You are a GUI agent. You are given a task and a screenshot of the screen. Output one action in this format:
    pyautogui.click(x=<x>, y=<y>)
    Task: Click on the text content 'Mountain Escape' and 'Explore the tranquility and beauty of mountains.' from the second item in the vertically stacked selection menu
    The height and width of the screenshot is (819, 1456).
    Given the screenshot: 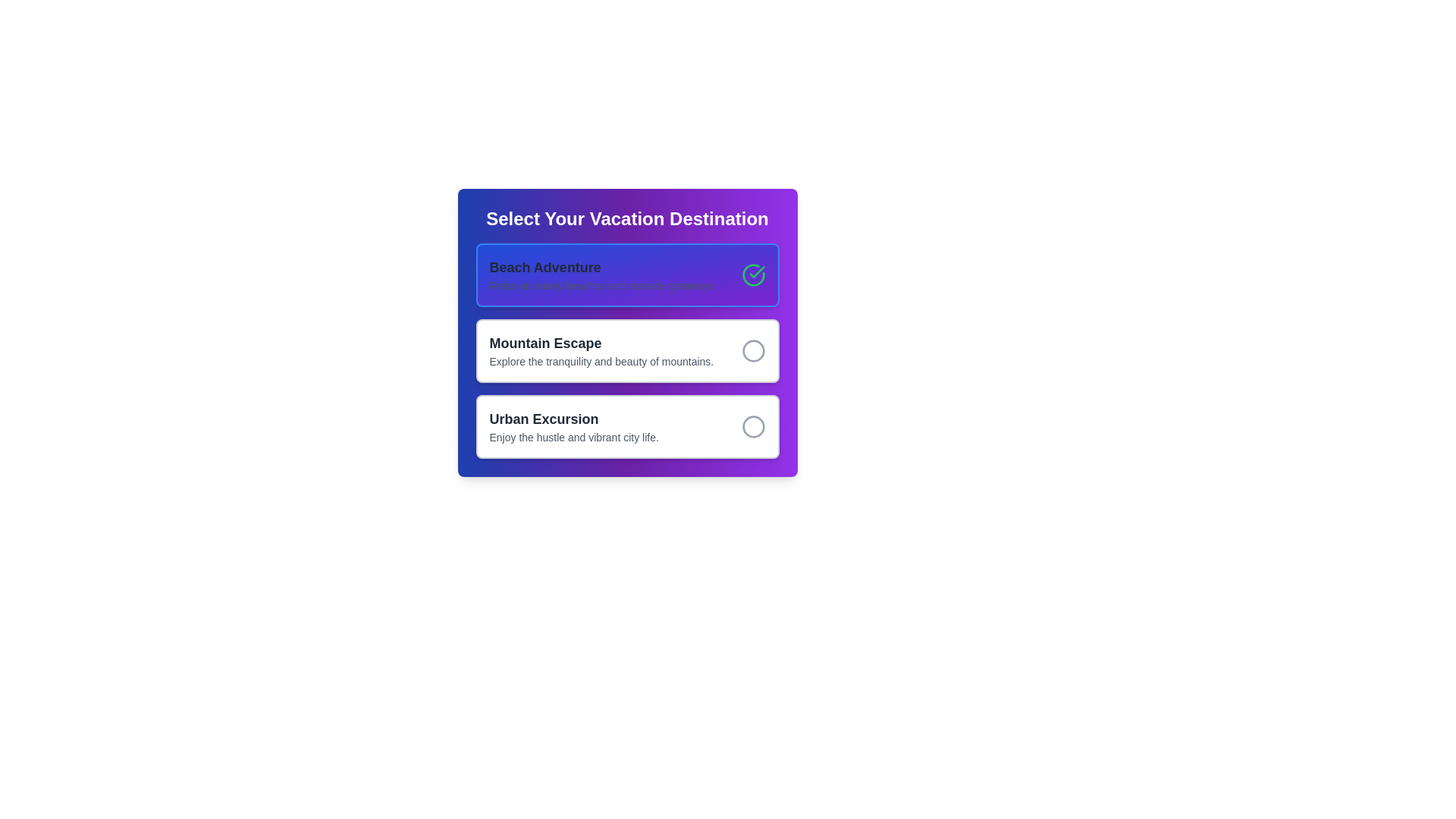 What is the action you would take?
    pyautogui.click(x=601, y=350)
    